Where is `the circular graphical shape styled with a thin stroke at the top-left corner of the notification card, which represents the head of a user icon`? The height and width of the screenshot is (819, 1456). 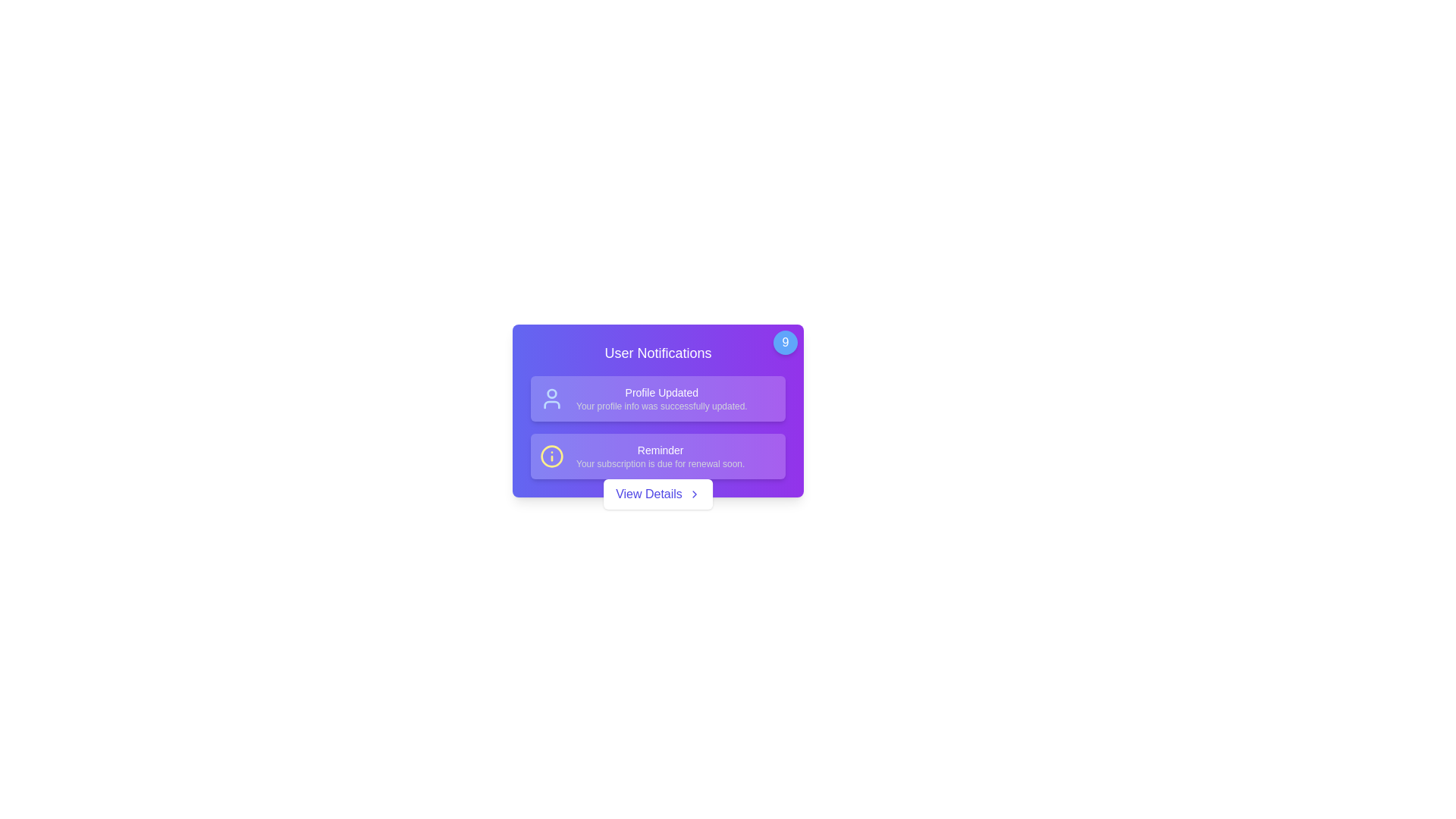 the circular graphical shape styled with a thin stroke at the top-left corner of the notification card, which represents the head of a user icon is located at coordinates (551, 393).